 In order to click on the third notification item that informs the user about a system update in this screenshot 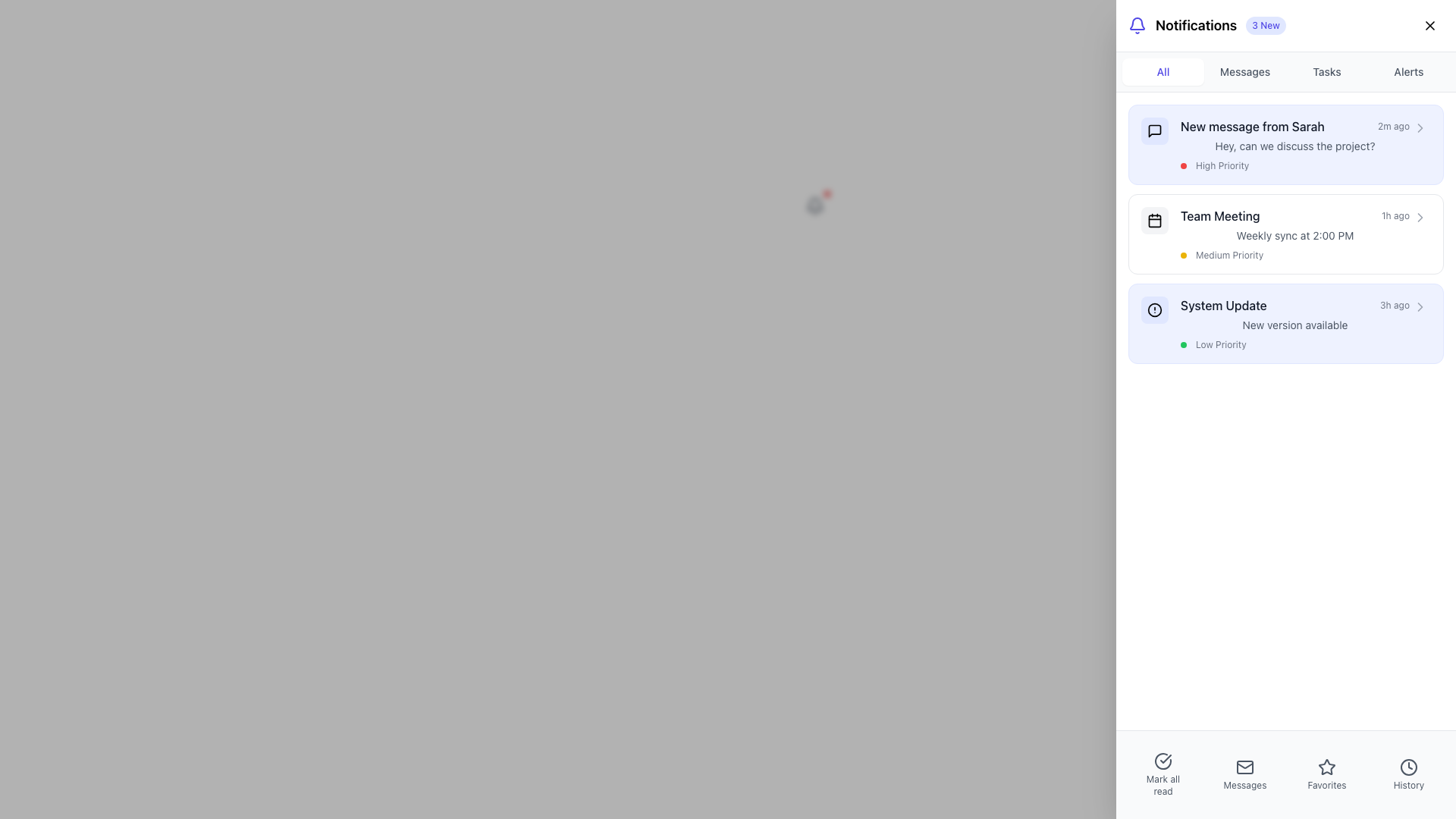, I will do `click(1294, 323)`.